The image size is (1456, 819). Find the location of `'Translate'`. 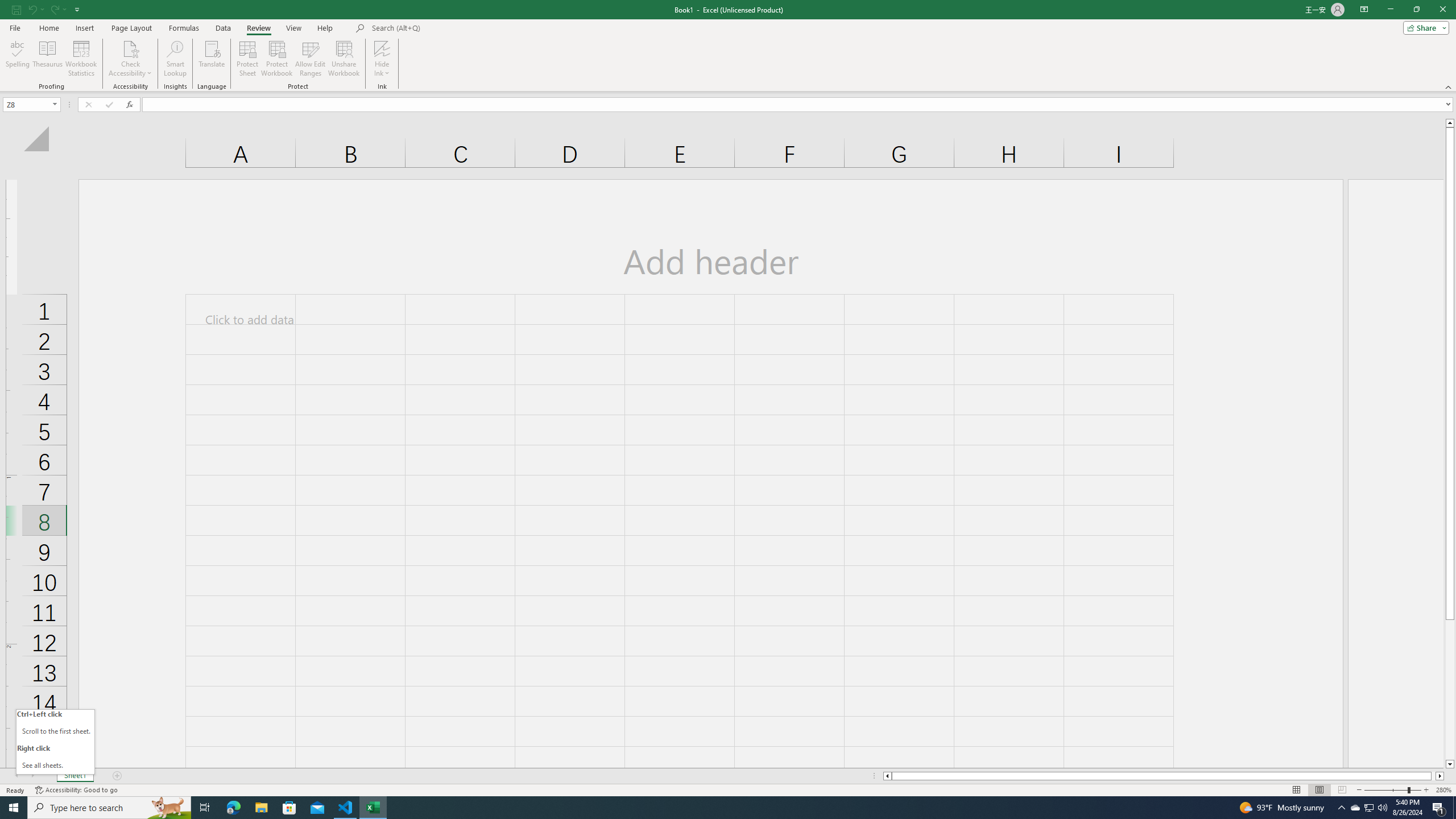

'Translate' is located at coordinates (211, 59).